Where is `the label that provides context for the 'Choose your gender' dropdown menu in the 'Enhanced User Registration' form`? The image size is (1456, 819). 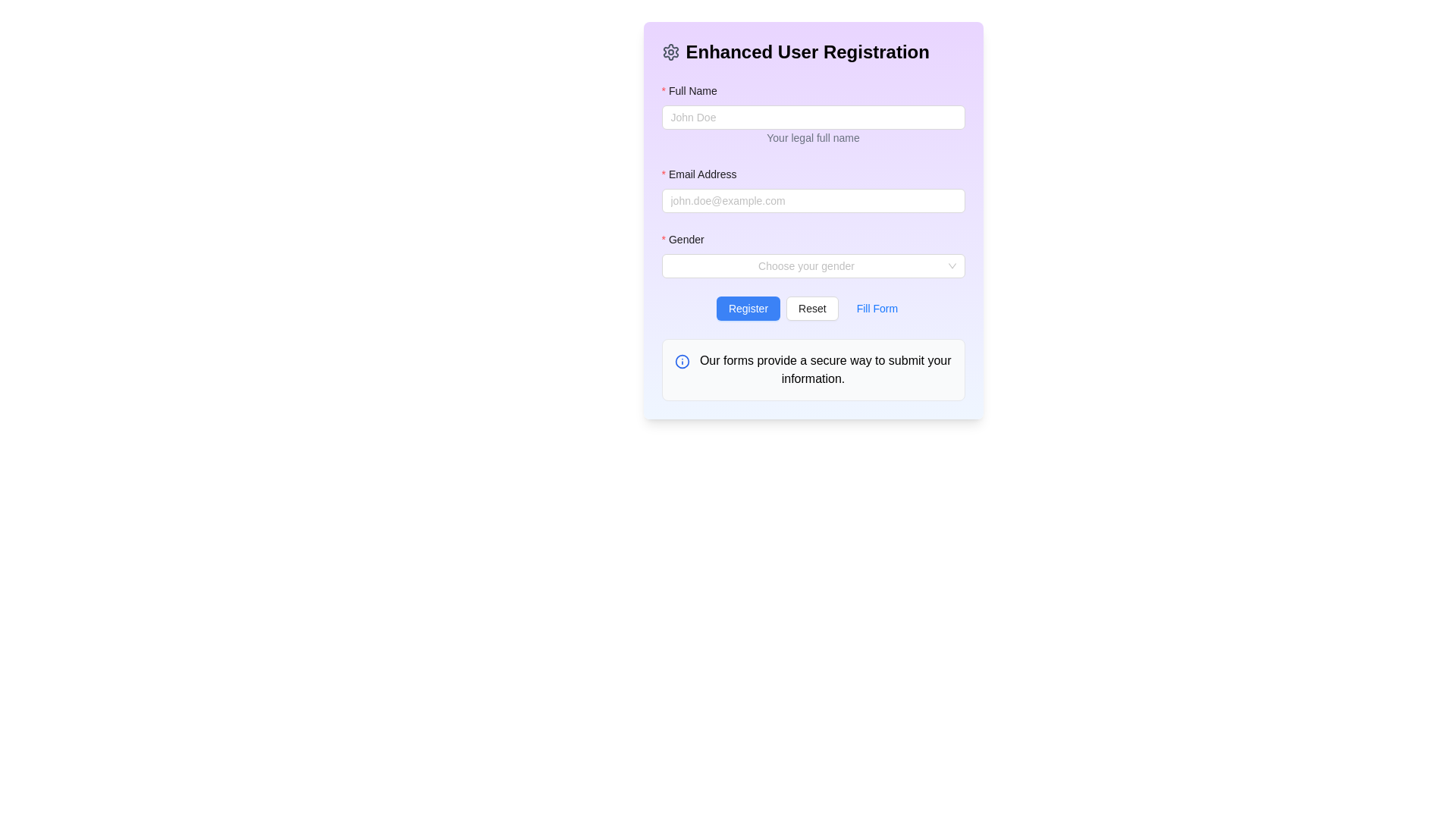
the label that provides context for the 'Choose your gender' dropdown menu in the 'Enhanced User Registration' form is located at coordinates (687, 239).